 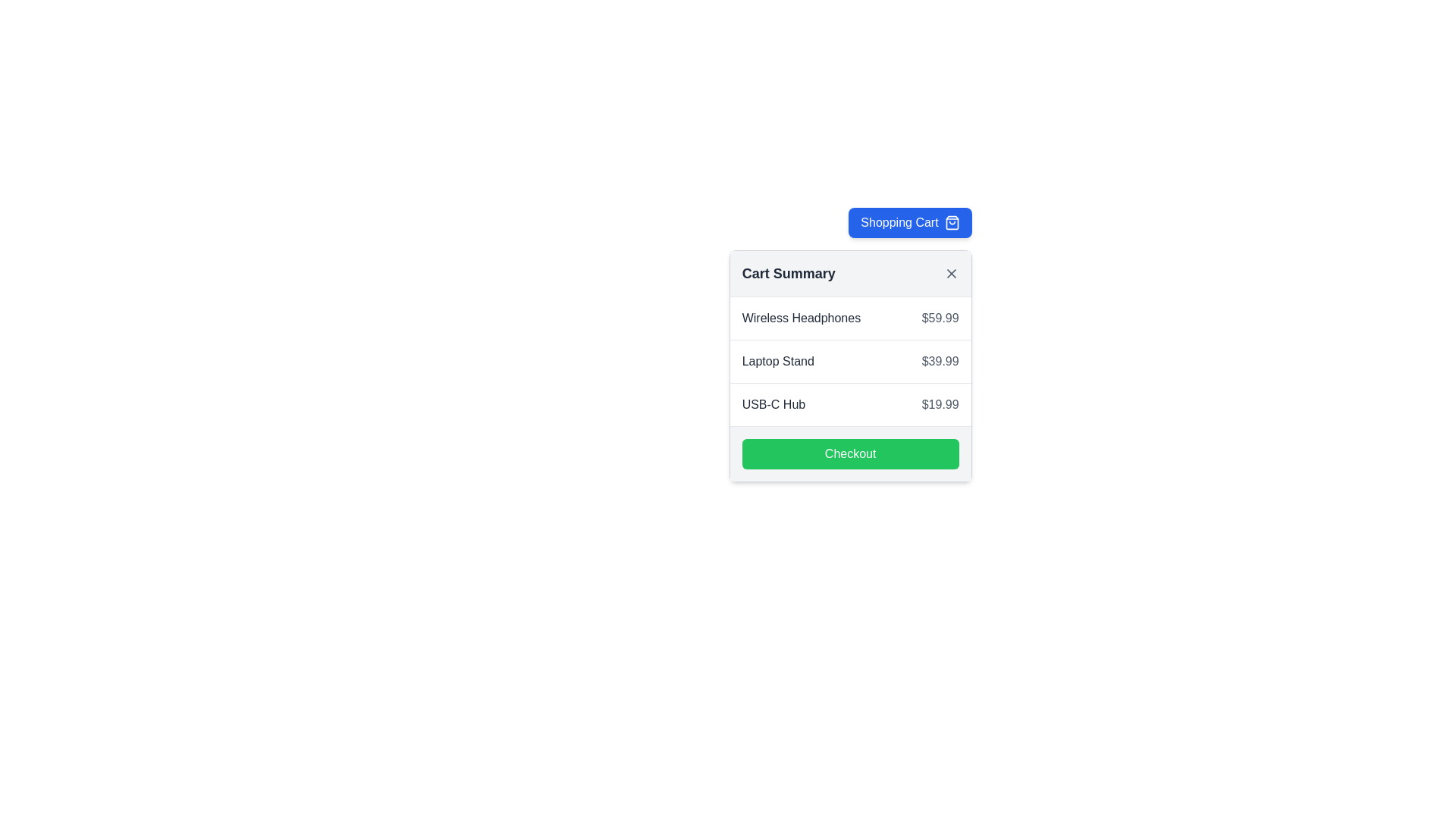 What do you see at coordinates (789, 274) in the screenshot?
I see `the informational text label that serves as the title for the cart items summary section, located at the top left of the modal dialog` at bounding box center [789, 274].